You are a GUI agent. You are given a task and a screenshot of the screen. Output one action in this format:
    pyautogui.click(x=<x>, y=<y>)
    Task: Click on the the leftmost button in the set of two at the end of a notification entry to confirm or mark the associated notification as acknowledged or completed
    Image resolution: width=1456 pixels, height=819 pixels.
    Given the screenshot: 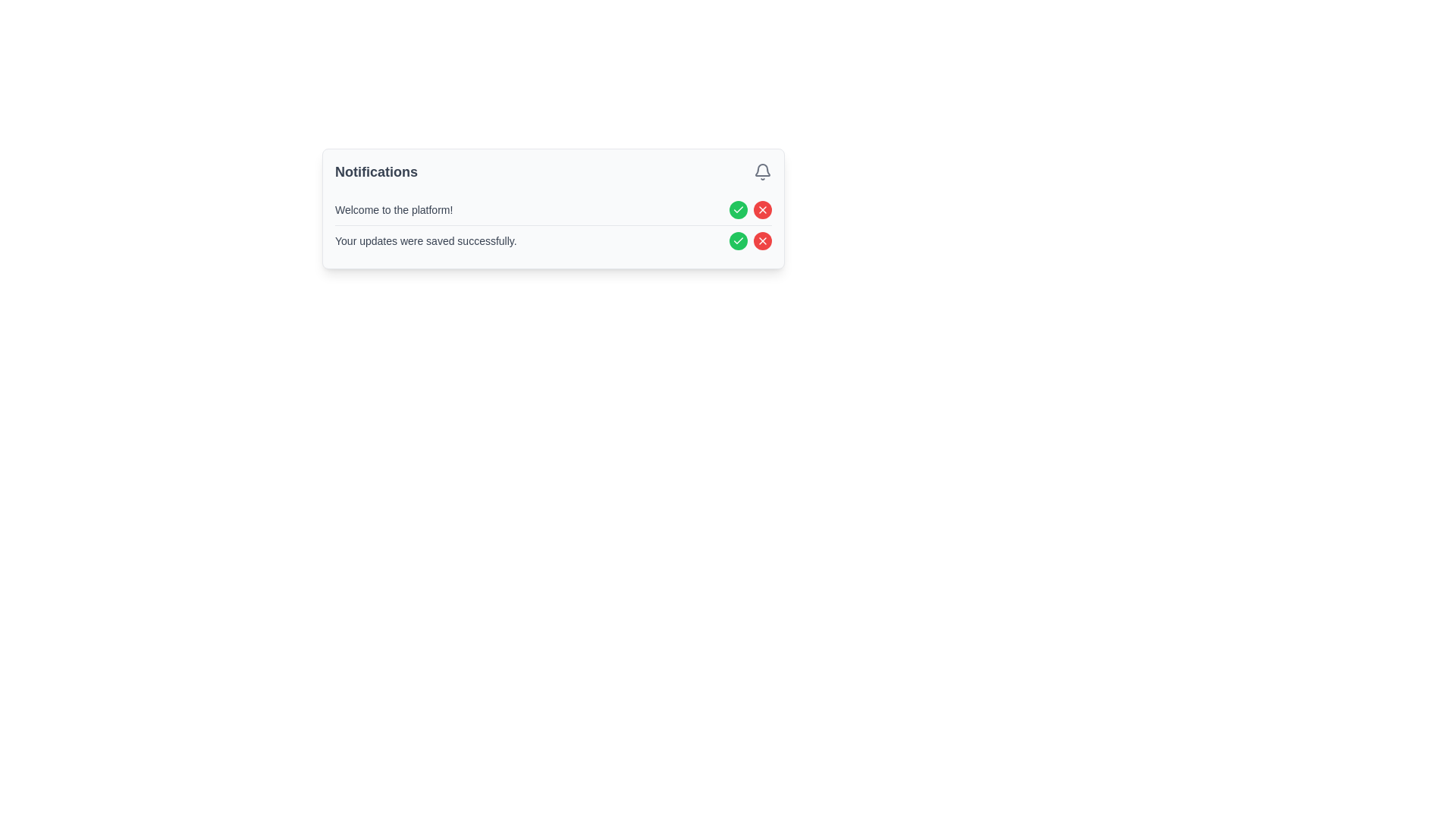 What is the action you would take?
    pyautogui.click(x=739, y=210)
    